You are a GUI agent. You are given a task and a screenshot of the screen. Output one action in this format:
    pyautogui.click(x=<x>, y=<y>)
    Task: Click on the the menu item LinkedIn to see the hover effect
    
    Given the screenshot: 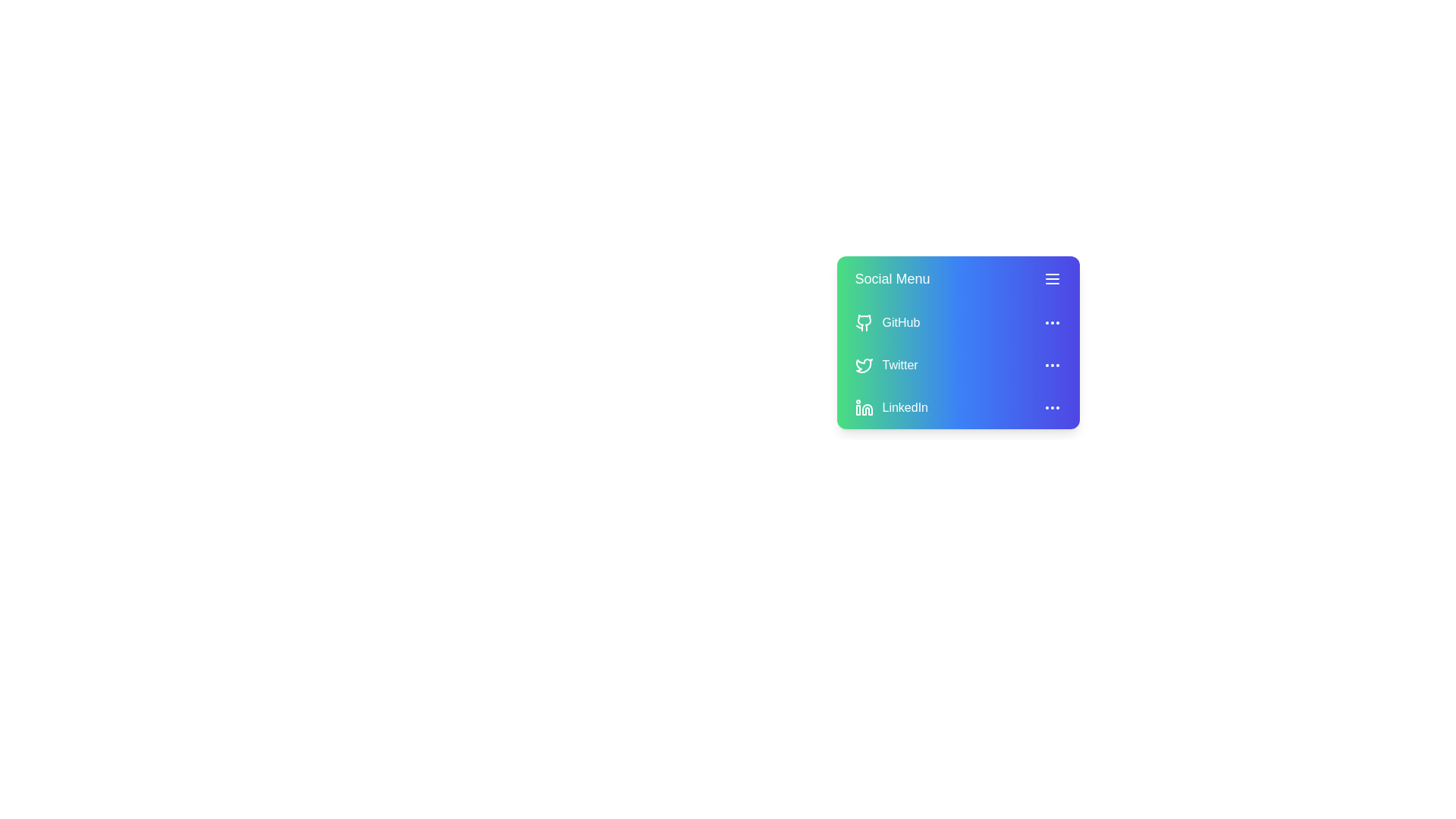 What is the action you would take?
    pyautogui.click(x=957, y=406)
    